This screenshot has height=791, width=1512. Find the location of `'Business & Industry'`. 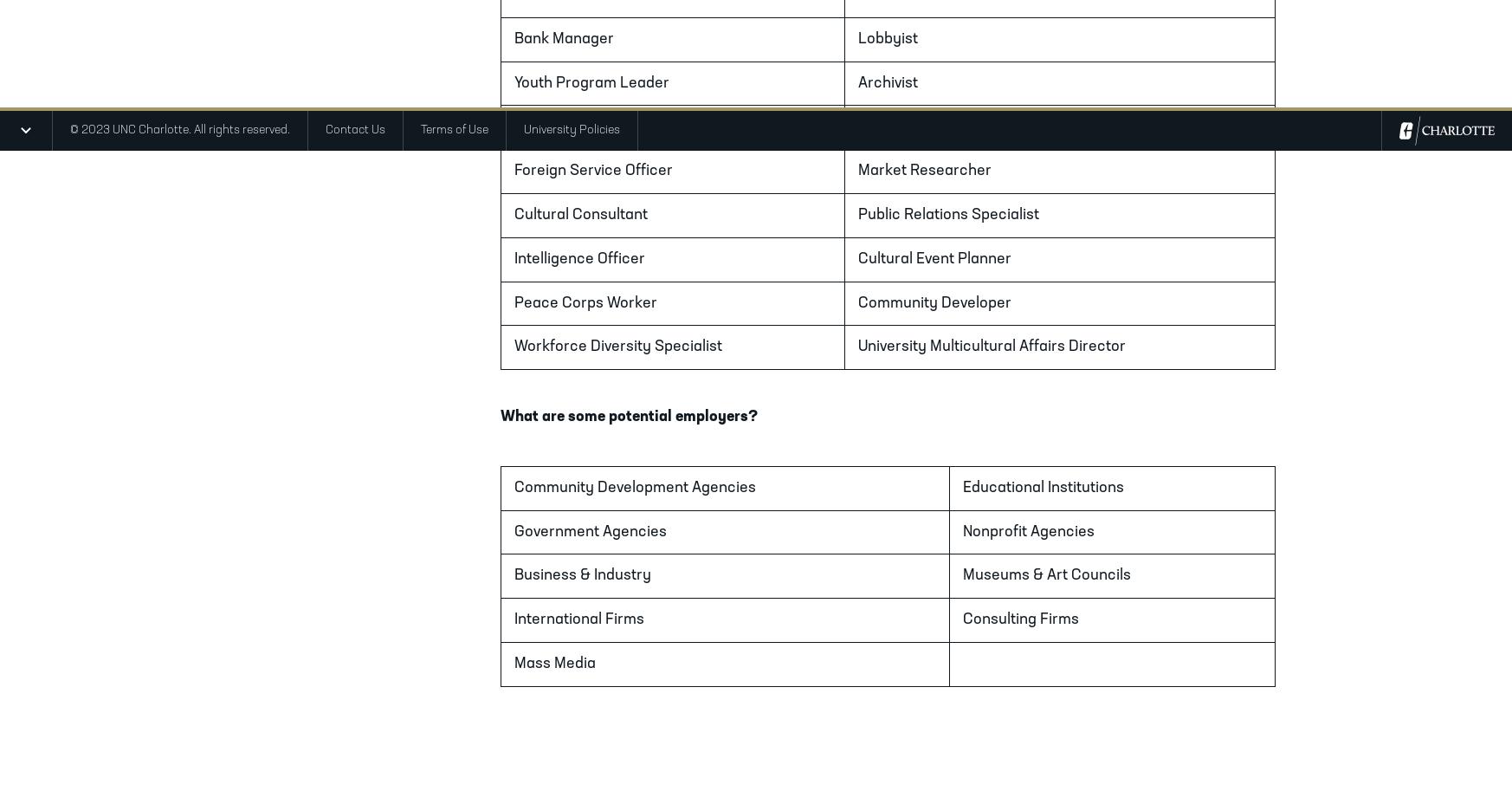

'Business & Industry' is located at coordinates (583, 575).